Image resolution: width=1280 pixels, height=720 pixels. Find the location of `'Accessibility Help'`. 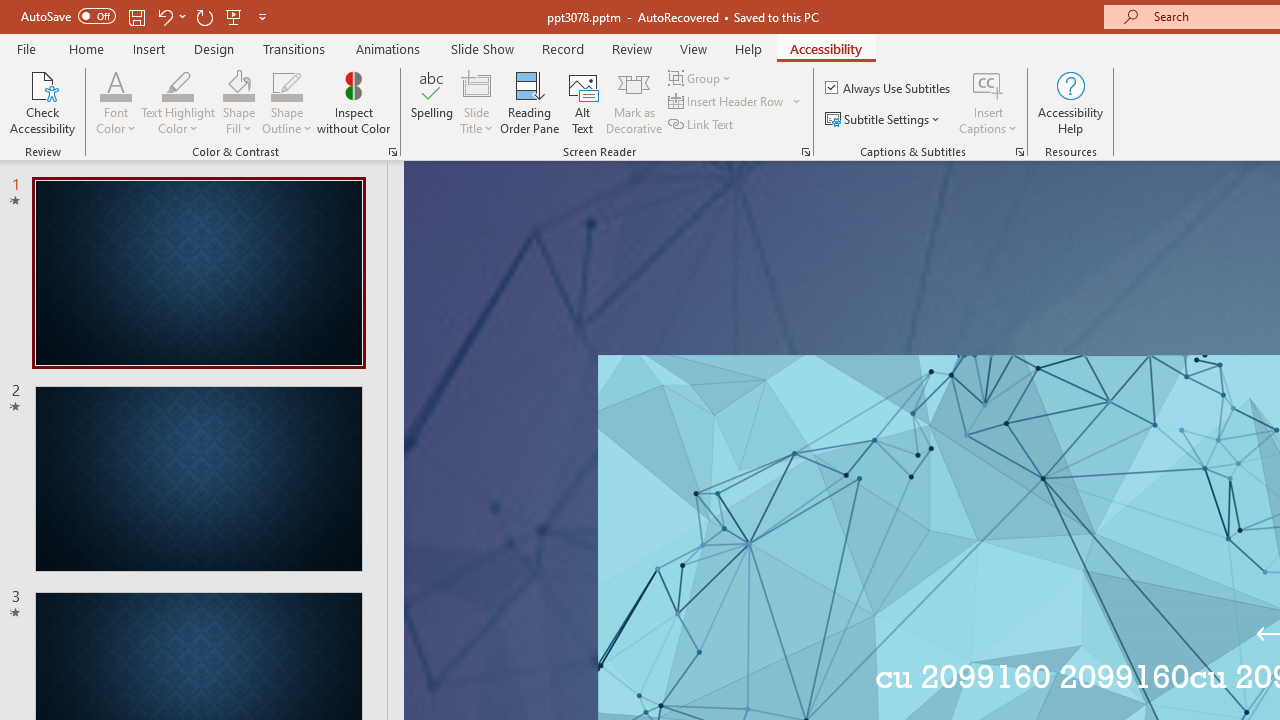

'Accessibility Help' is located at coordinates (1069, 103).